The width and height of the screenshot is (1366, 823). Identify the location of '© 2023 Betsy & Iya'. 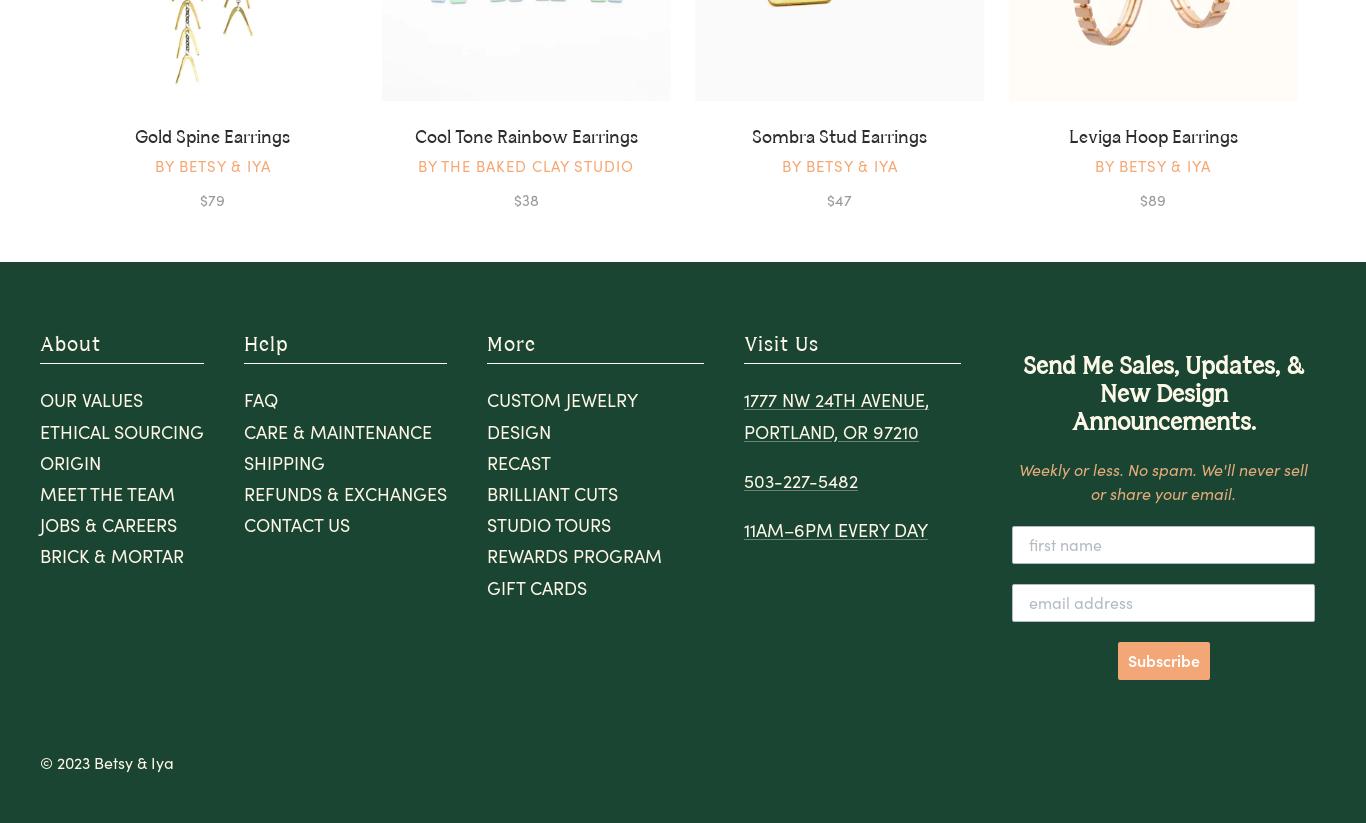
(106, 760).